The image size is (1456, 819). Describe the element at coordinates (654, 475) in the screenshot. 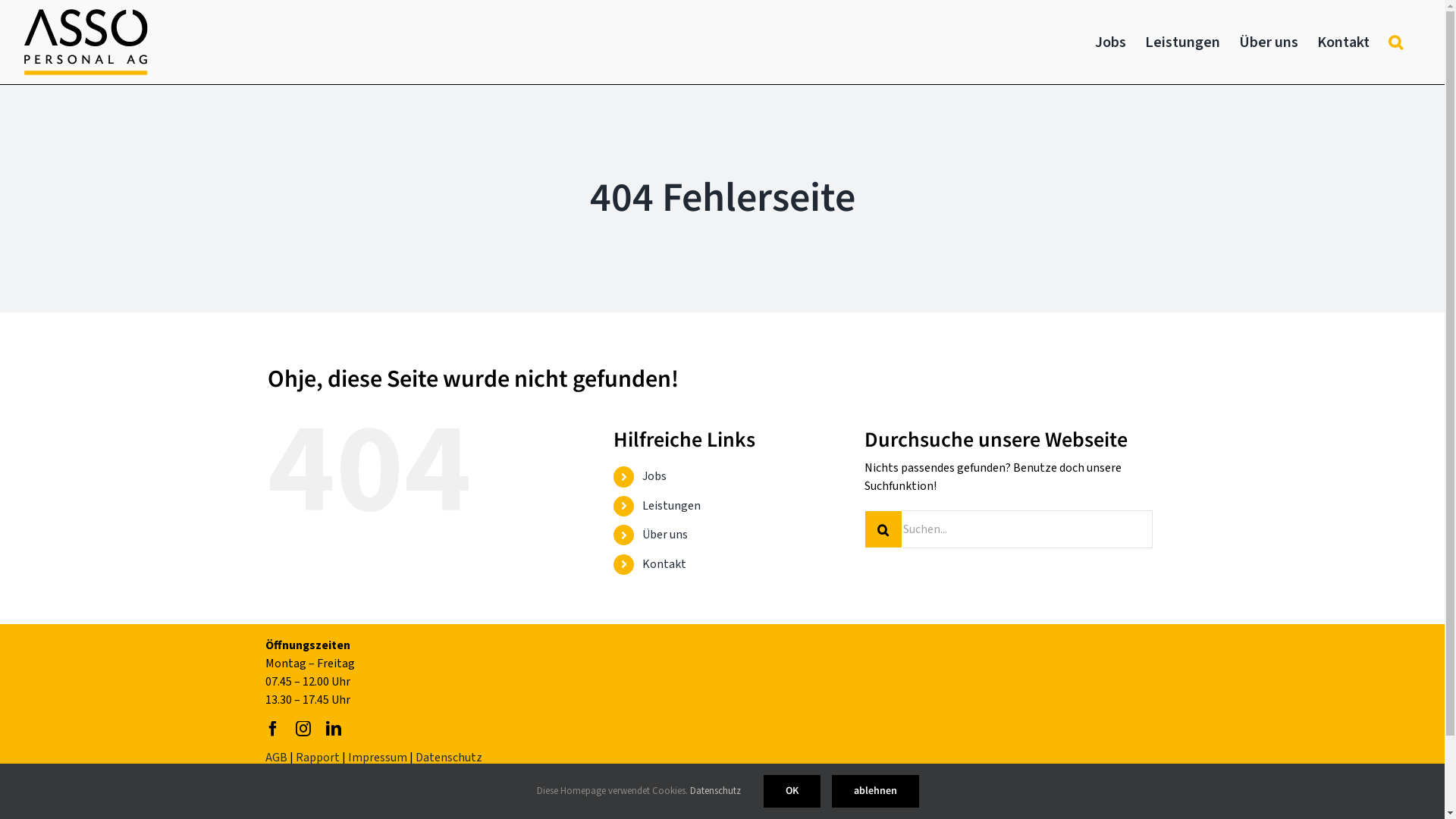

I see `'Jobs'` at that location.